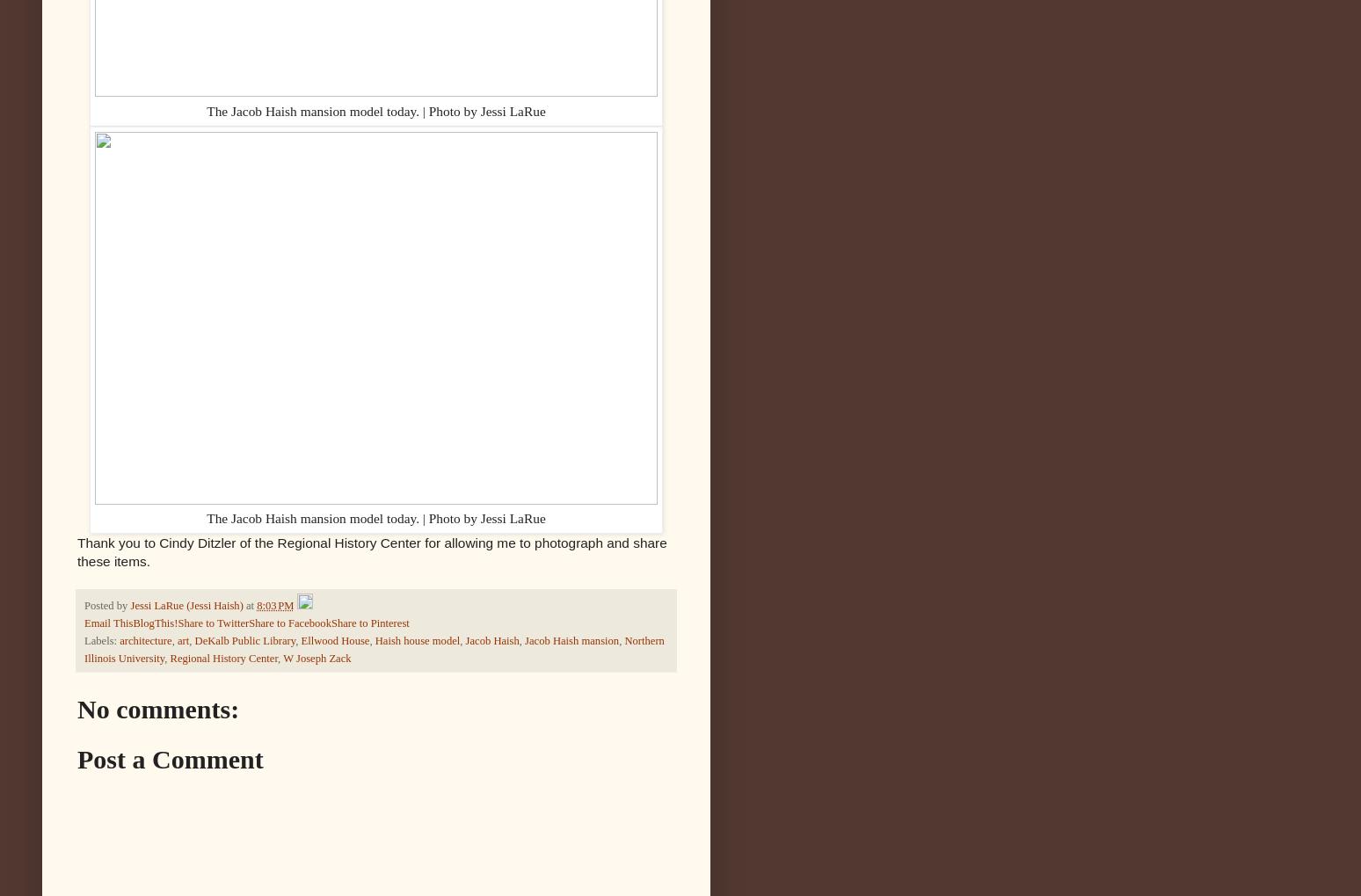 Image resolution: width=1361 pixels, height=896 pixels. Describe the element at coordinates (170, 757) in the screenshot. I see `'Post a Comment'` at that location.